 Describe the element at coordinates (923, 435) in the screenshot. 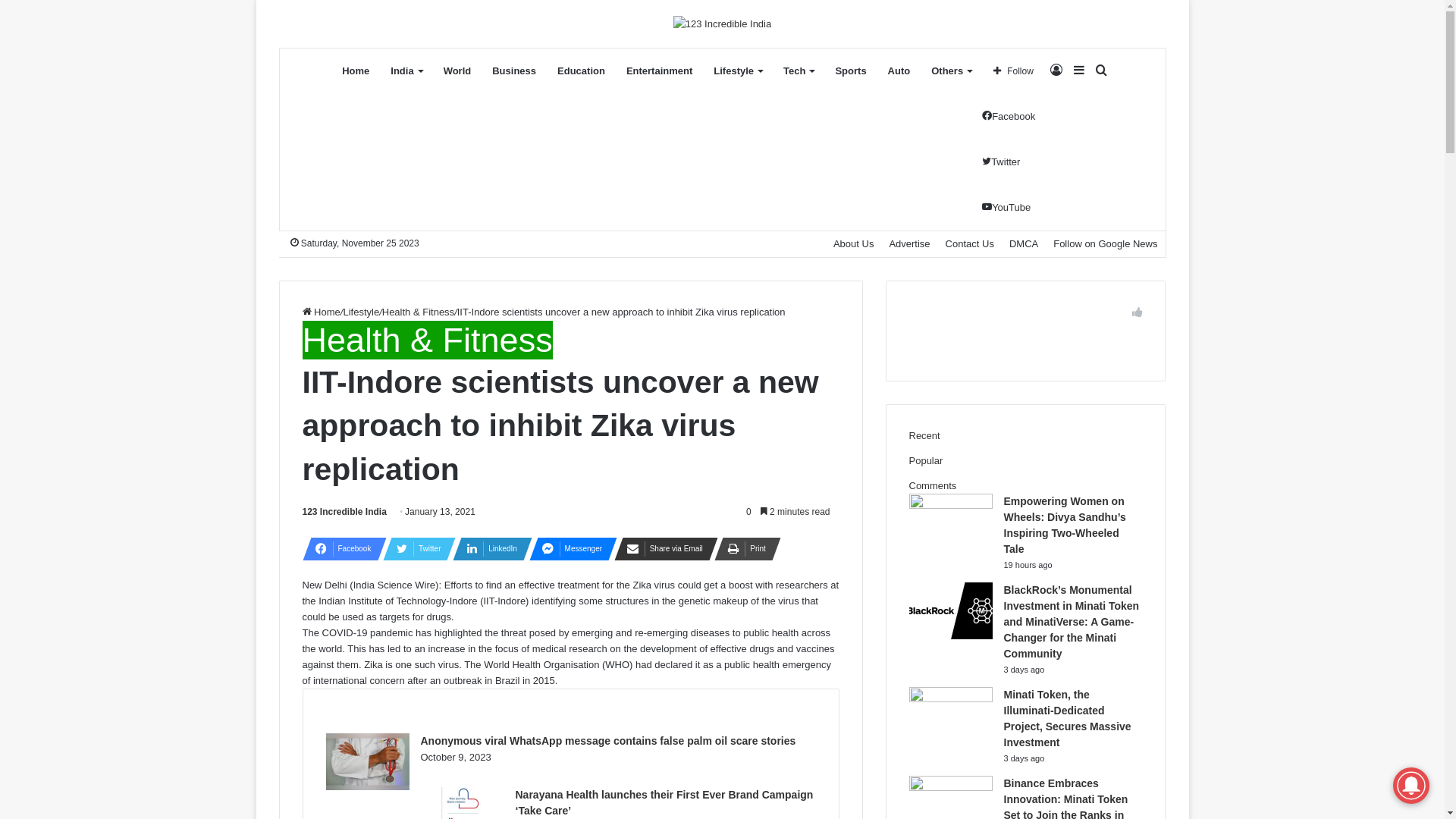

I see `'Recent'` at that location.